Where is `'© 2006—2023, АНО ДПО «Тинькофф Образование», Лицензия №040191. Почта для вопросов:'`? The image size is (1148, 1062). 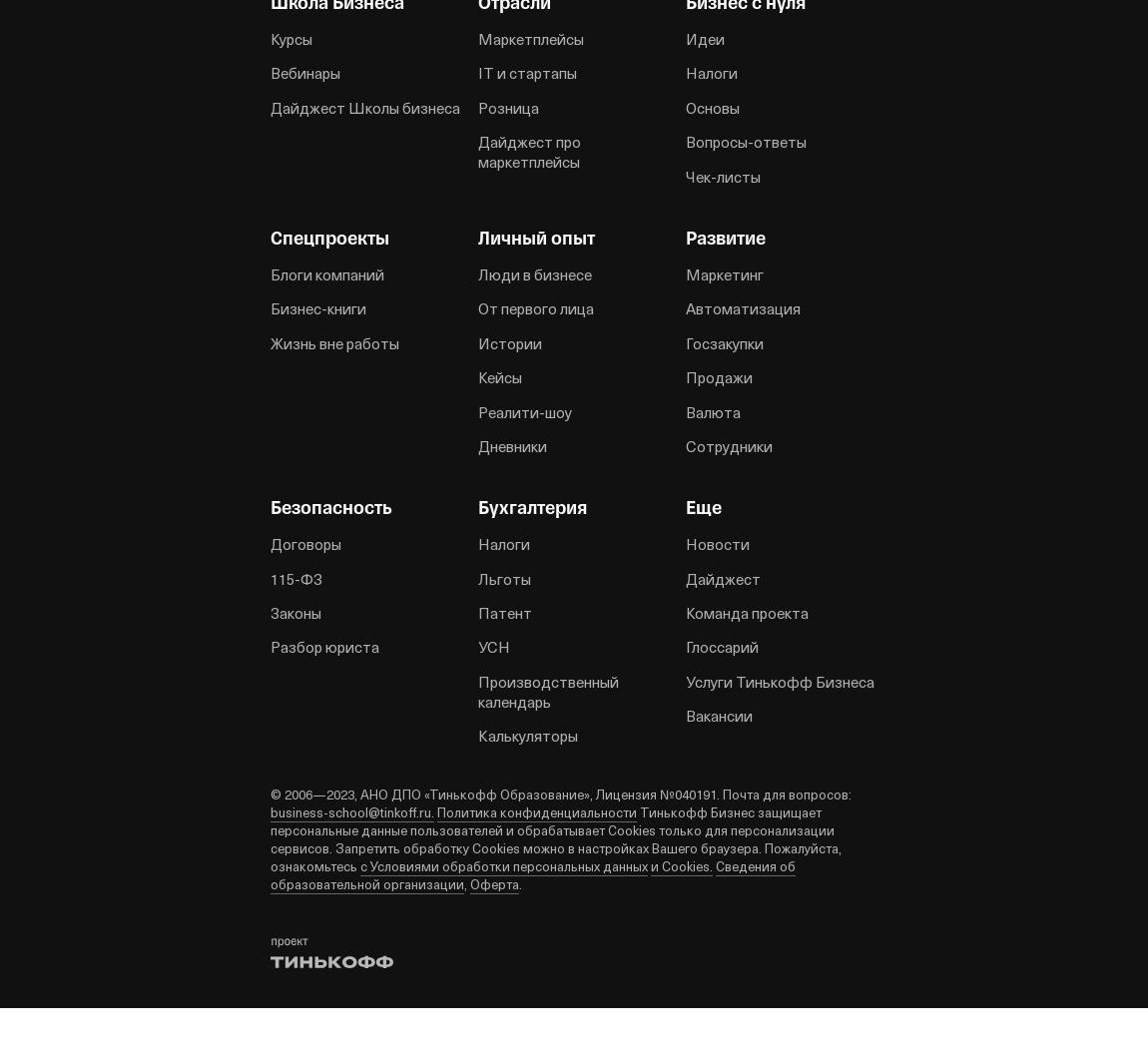 '© 2006—2023, АНО ДПО «Тинькофф Образование», Лицензия №040191. Почта для вопросов:' is located at coordinates (270, 794).